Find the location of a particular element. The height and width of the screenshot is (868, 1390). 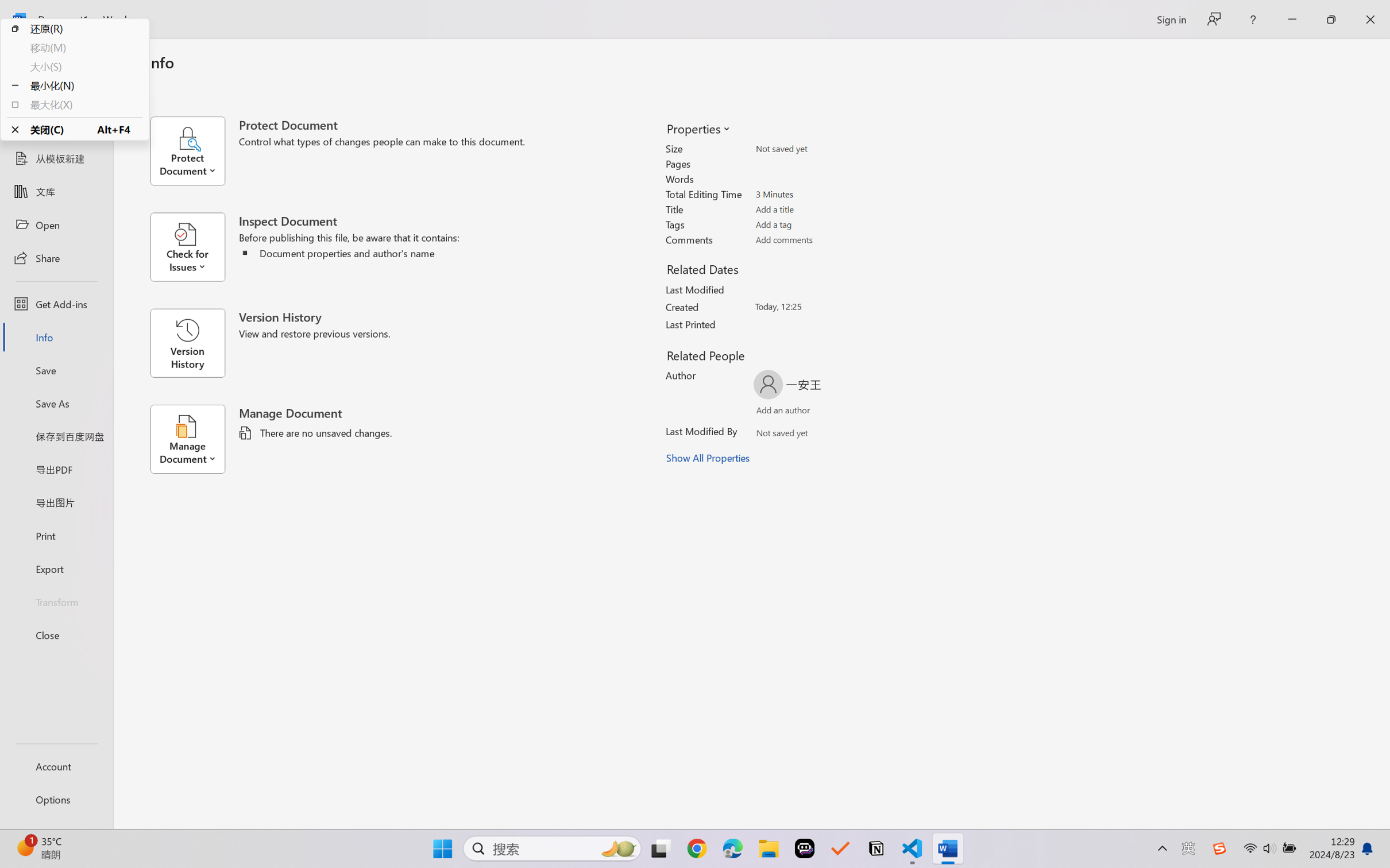

'Words' is located at coordinates (819, 179).